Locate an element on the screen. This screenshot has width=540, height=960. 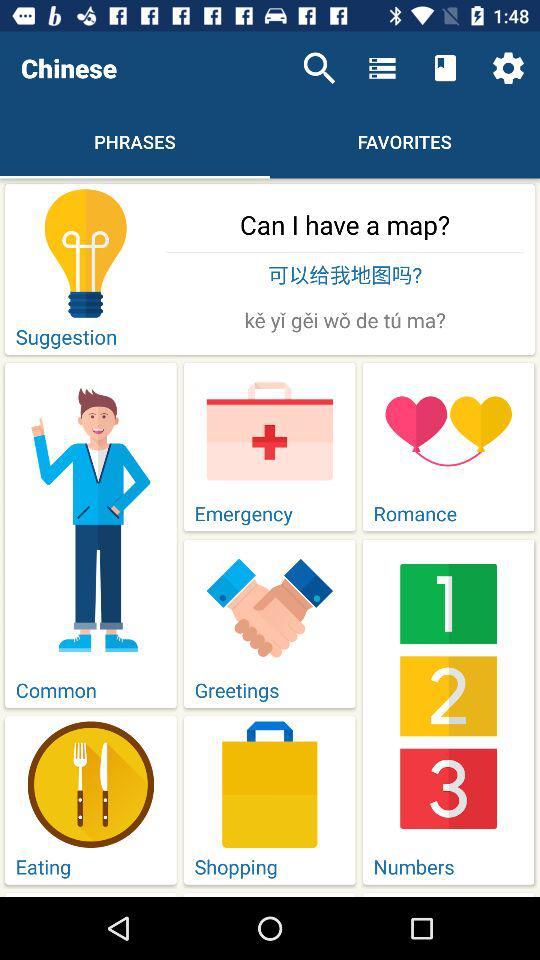
the icon next to chinese is located at coordinates (319, 68).